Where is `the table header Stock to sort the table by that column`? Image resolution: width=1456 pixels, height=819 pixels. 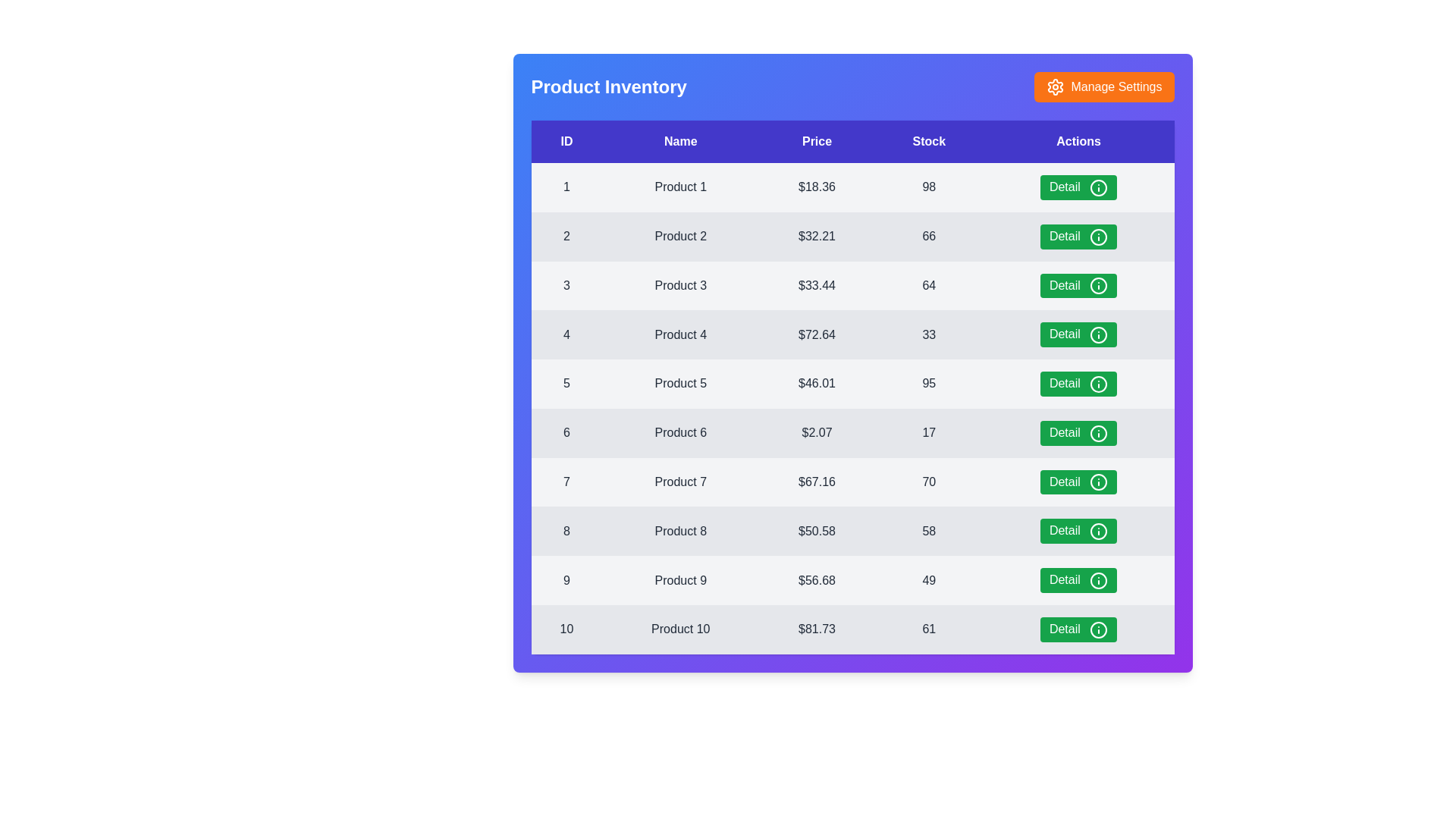 the table header Stock to sort the table by that column is located at coordinates (928, 141).